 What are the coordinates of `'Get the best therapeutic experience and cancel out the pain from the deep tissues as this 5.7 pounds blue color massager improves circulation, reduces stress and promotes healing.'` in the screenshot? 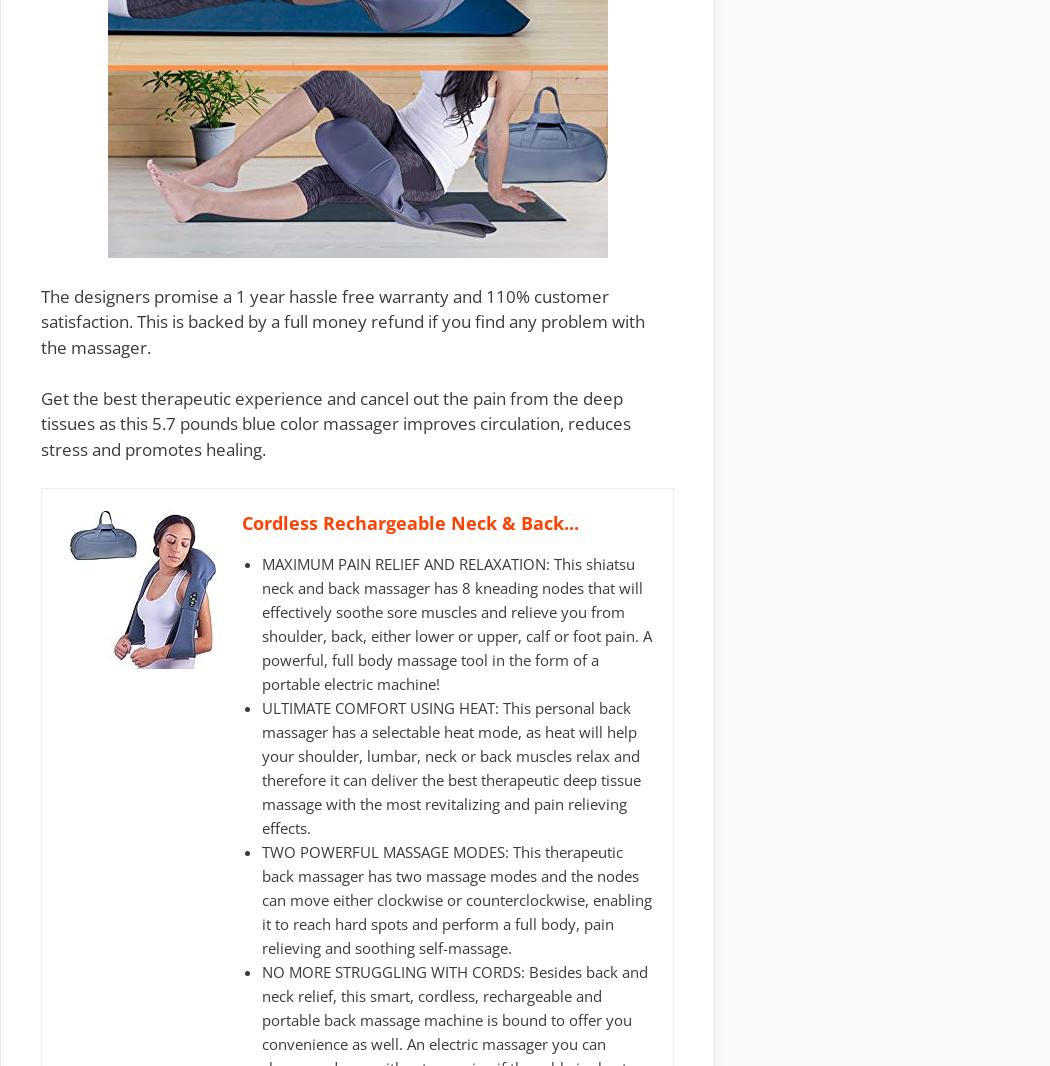 It's located at (336, 422).